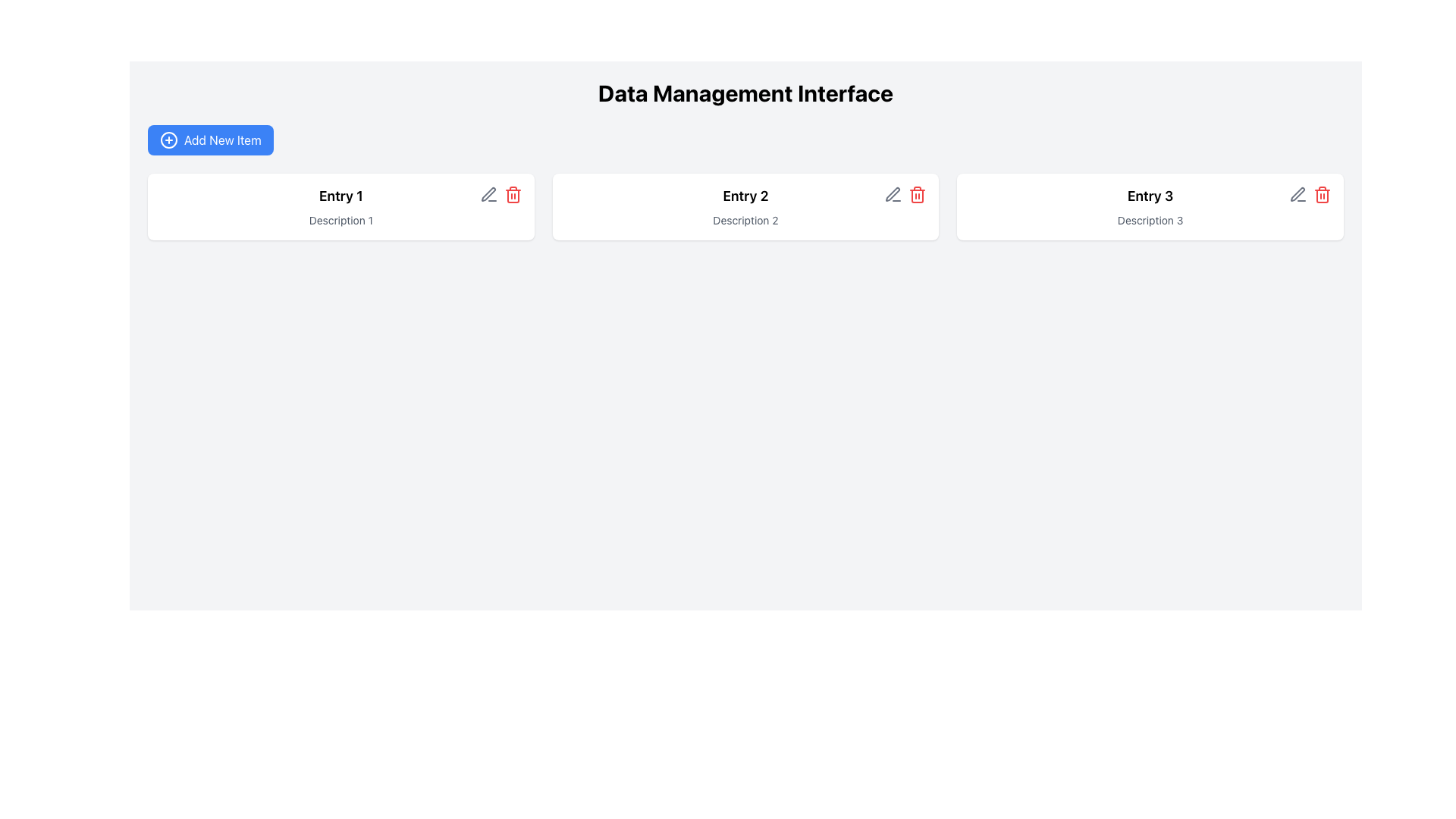  I want to click on the red trash can icon button located at the top-right corner of the card labeled 'Entry 2', so click(916, 194).